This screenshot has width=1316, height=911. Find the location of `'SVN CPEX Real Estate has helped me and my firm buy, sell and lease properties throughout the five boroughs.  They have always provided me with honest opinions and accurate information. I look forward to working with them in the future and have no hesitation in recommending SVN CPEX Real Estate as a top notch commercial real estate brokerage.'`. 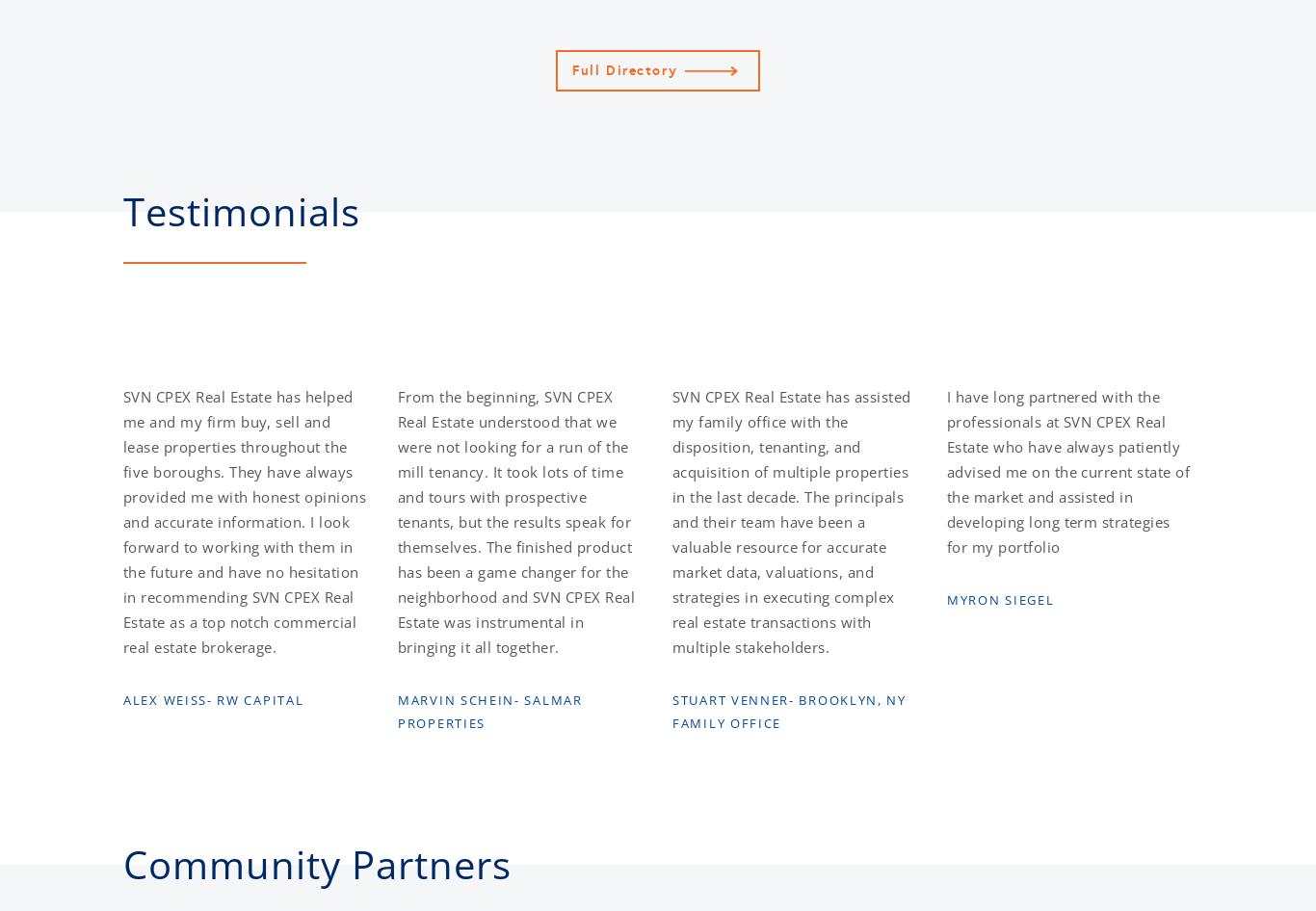

'SVN CPEX Real Estate has helped me and my firm buy, sell and lease properties throughout the five boroughs.  They have always provided me with honest opinions and accurate information. I look forward to working with them in the future and have no hesitation in recommending SVN CPEX Real Estate as a top notch commercial real estate brokerage.' is located at coordinates (244, 521).